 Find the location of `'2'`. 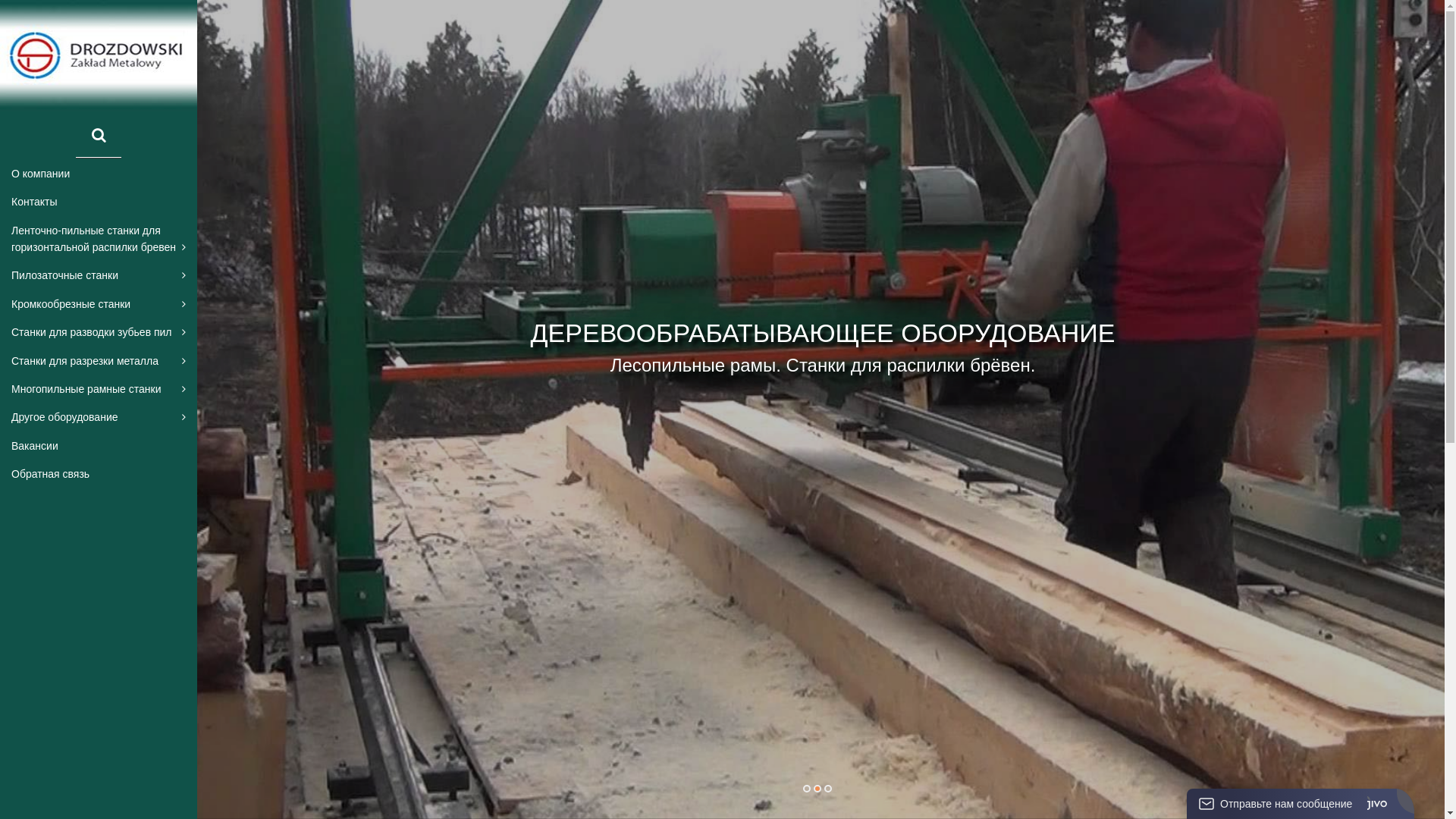

'2' is located at coordinates (815, 788).